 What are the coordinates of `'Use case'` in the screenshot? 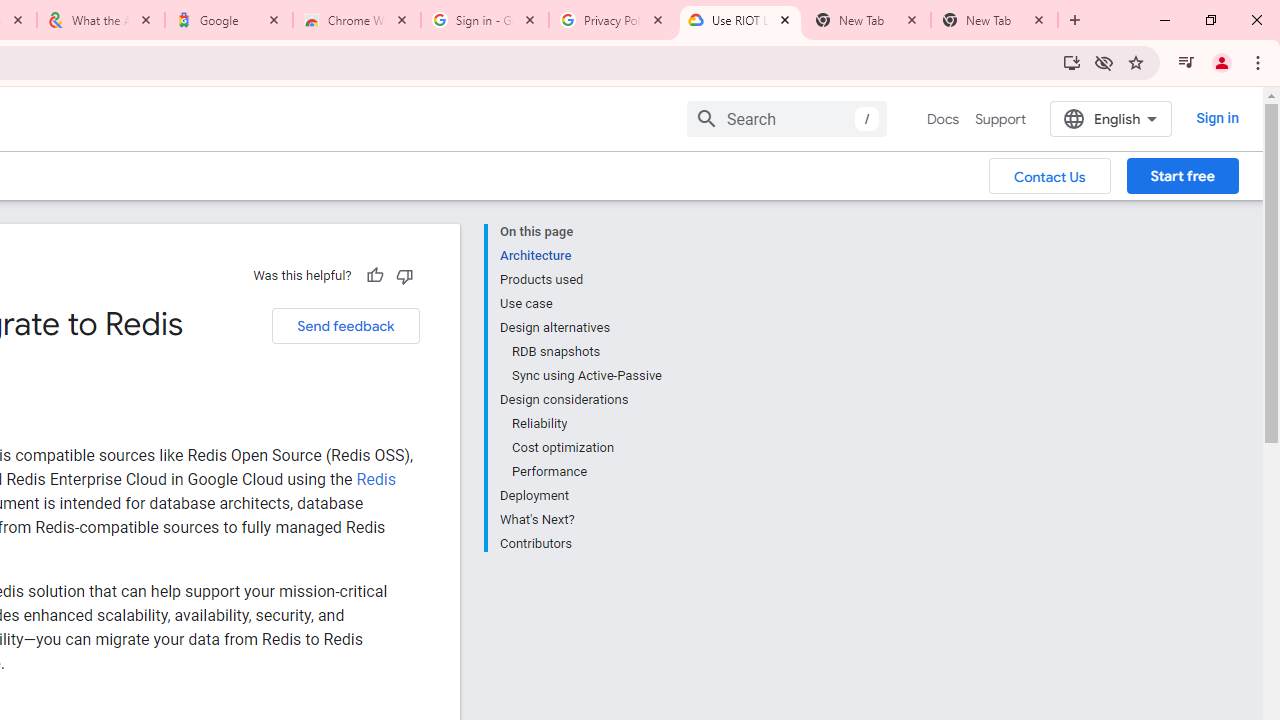 It's located at (579, 304).